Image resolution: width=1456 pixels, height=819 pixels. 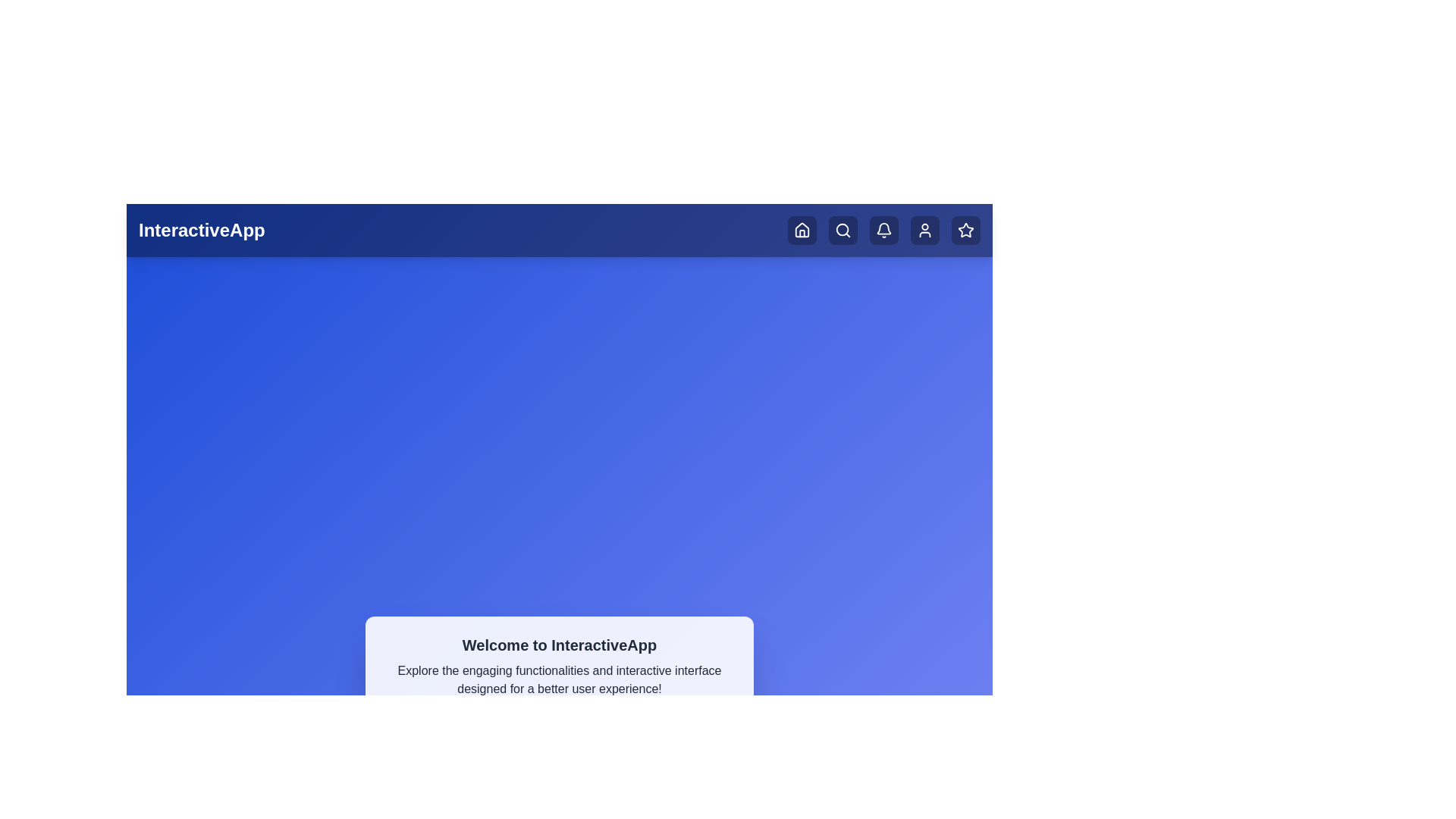 I want to click on the welcome message text to select it, so click(x=559, y=666).